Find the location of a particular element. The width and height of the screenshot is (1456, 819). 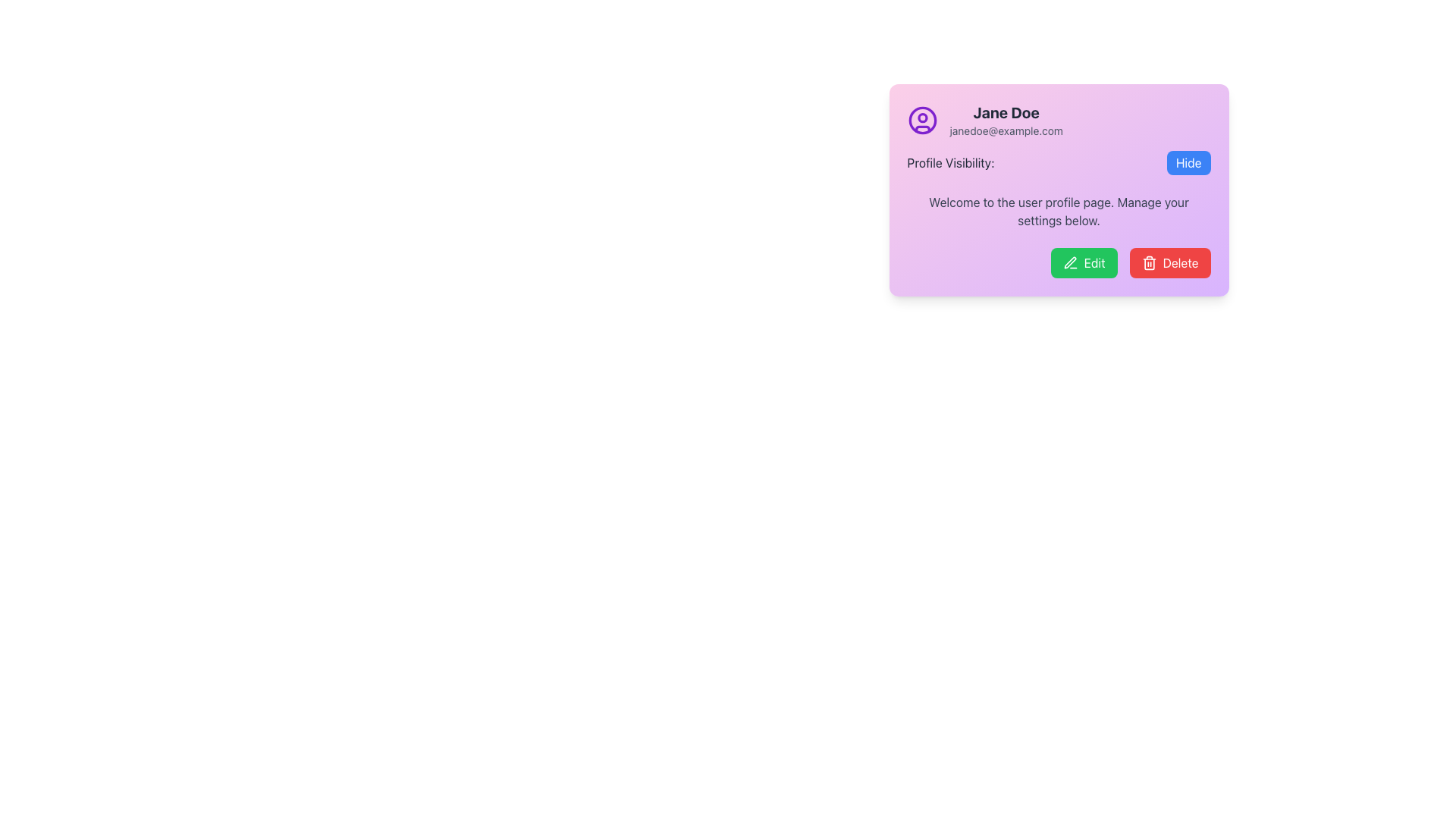

the user profile icon resembling a circle with a purple stroke located at the top-left corner of the user profile card is located at coordinates (921, 119).